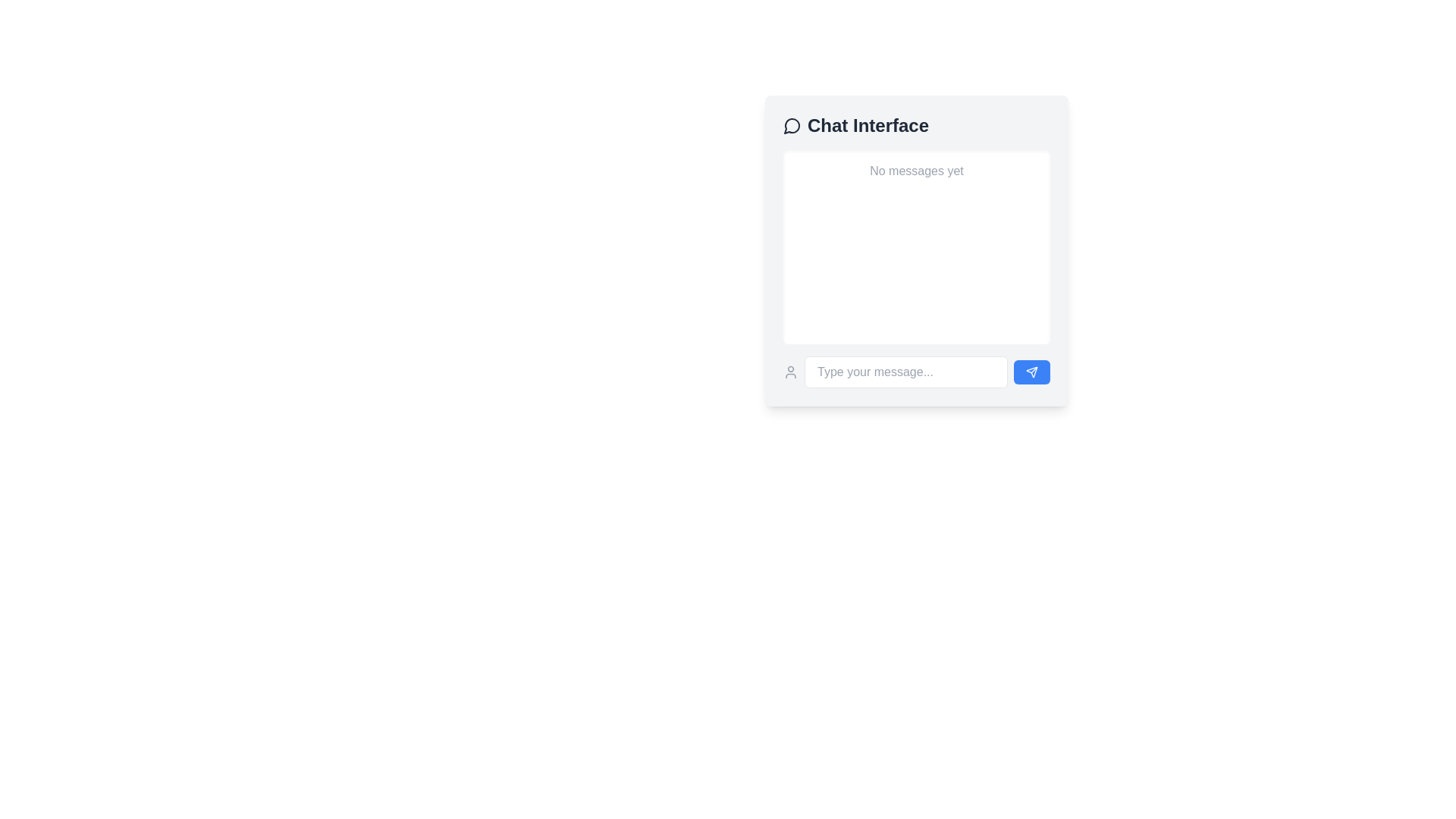 Image resolution: width=1456 pixels, height=819 pixels. I want to click on the 'Send' icon resembling a paper plane located within the chat input area, positioned to the right of the text input field, so click(1031, 372).